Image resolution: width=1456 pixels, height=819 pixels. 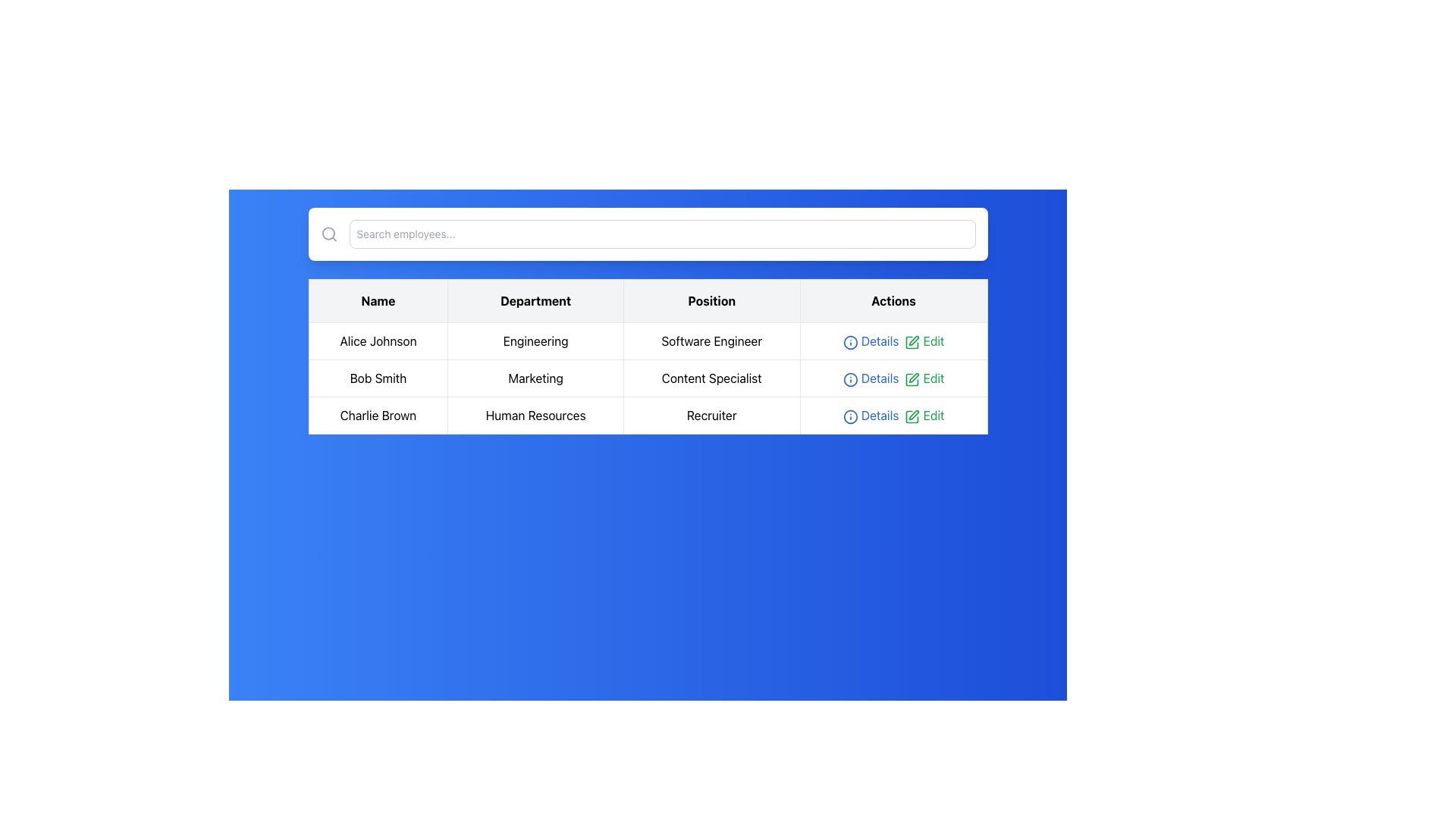 I want to click on the pencil icon button located in the 'Actions' column of the last row in the table, aligning with the 'Recruiter' position, so click(x=913, y=415).